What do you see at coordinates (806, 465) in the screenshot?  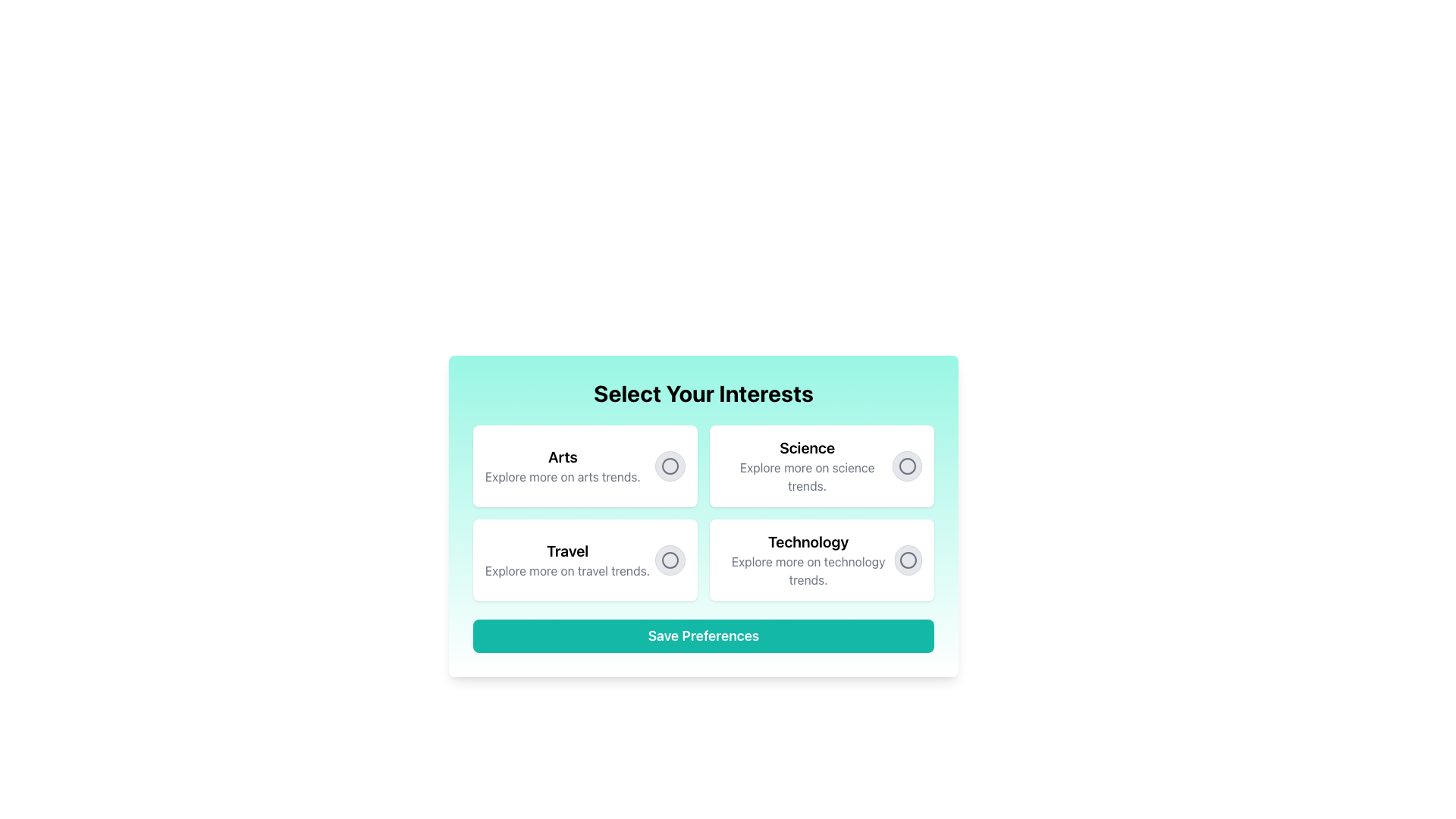 I see `the Text block displaying 'Science' and 'Explore more on science trends' located in the top right quadrant of the 'Select Your Interests' layout` at bounding box center [806, 465].